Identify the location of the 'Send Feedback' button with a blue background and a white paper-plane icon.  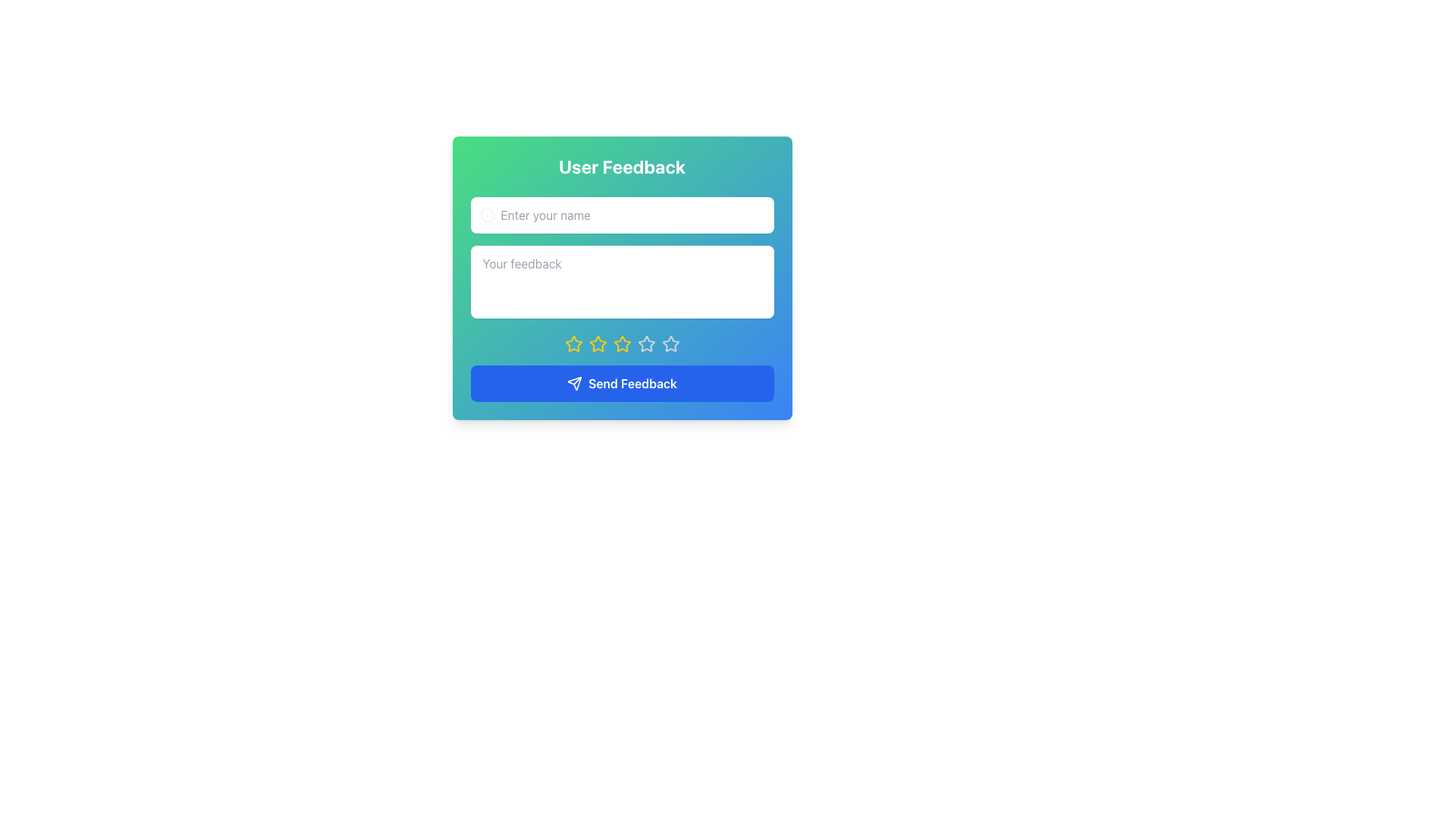
(622, 382).